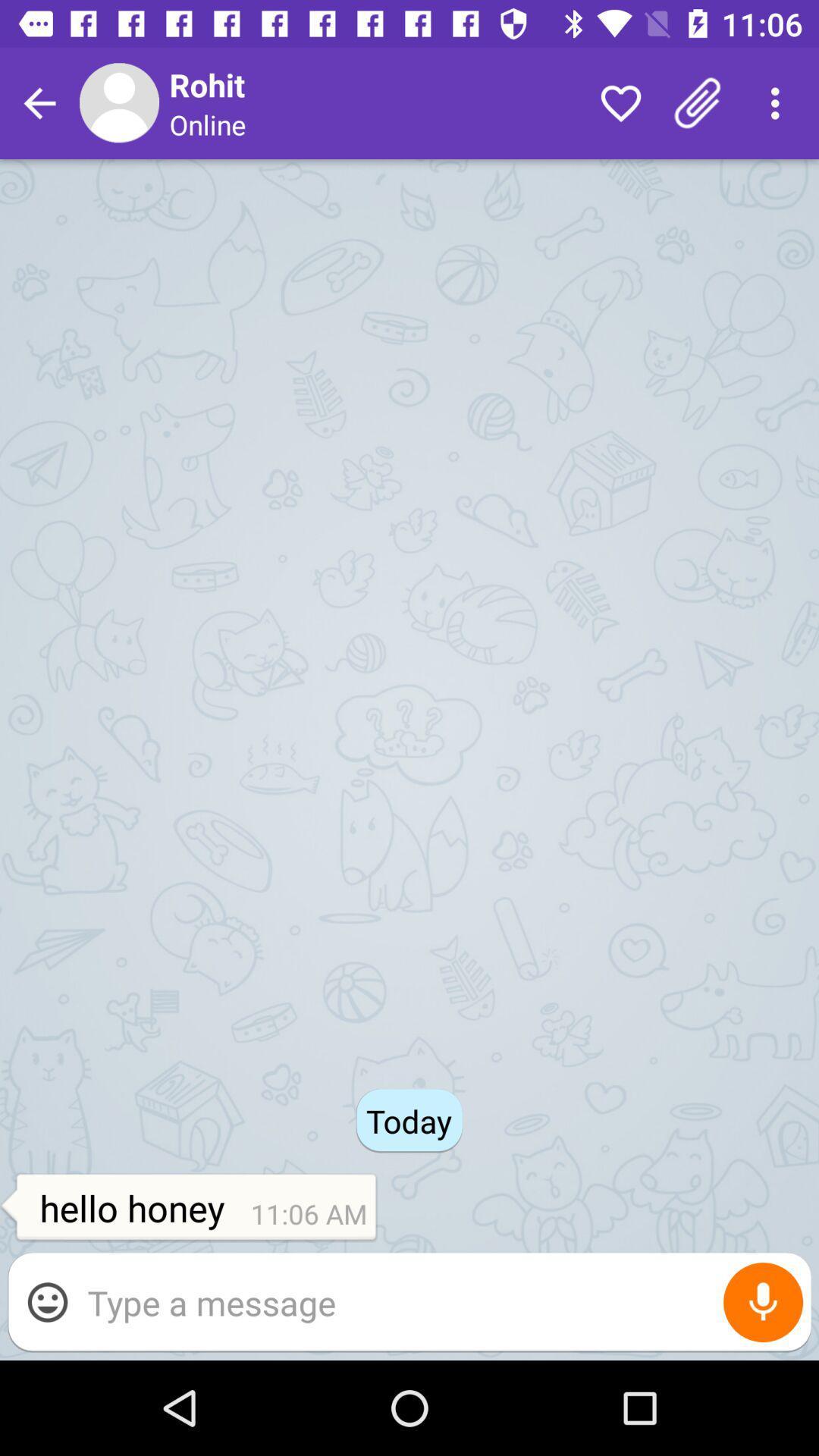  I want to click on open voice recognition, so click(763, 1301).